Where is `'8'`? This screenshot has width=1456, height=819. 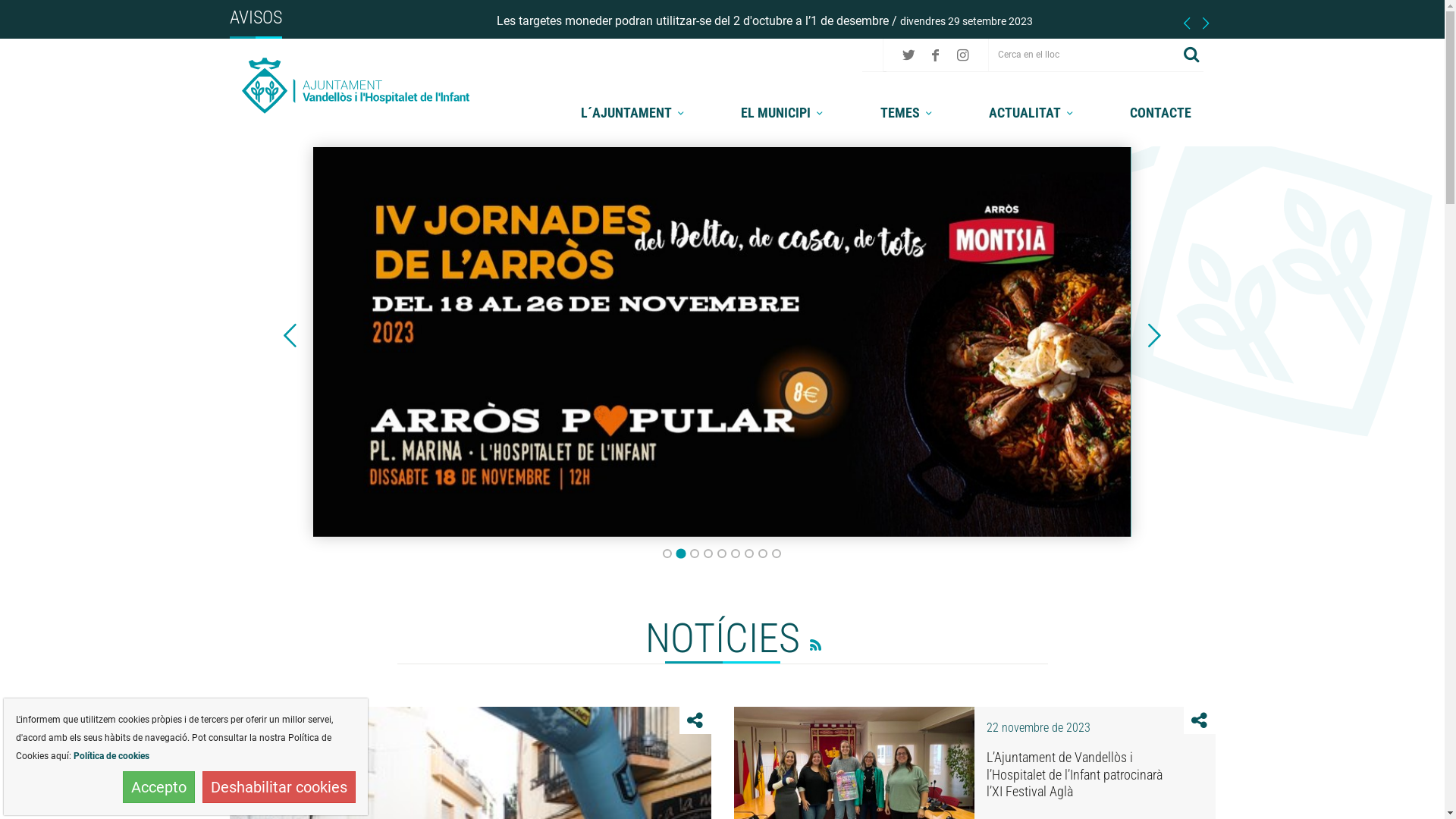
'8' is located at coordinates (758, 553).